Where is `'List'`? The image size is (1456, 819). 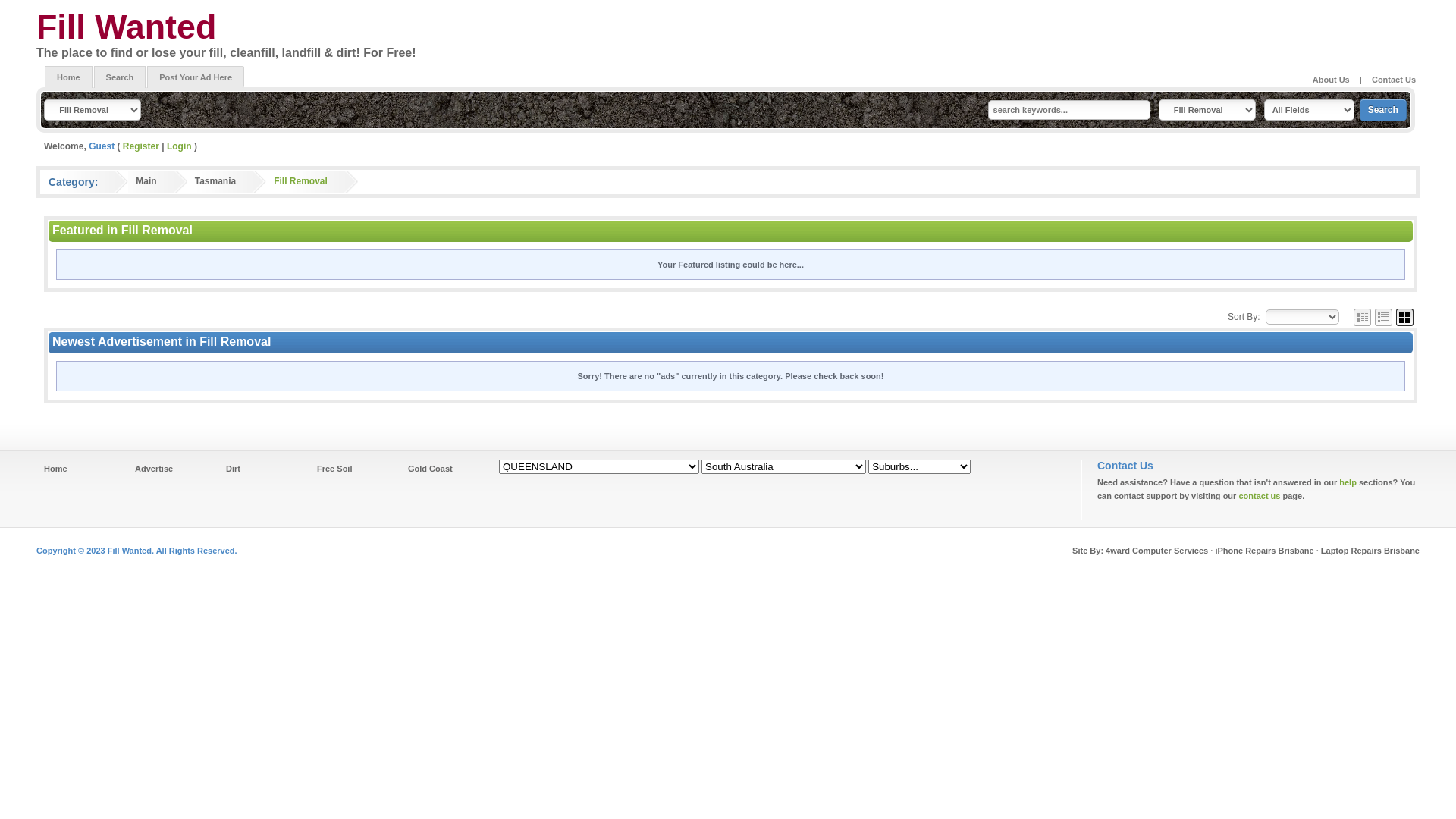 'List' is located at coordinates (1375, 315).